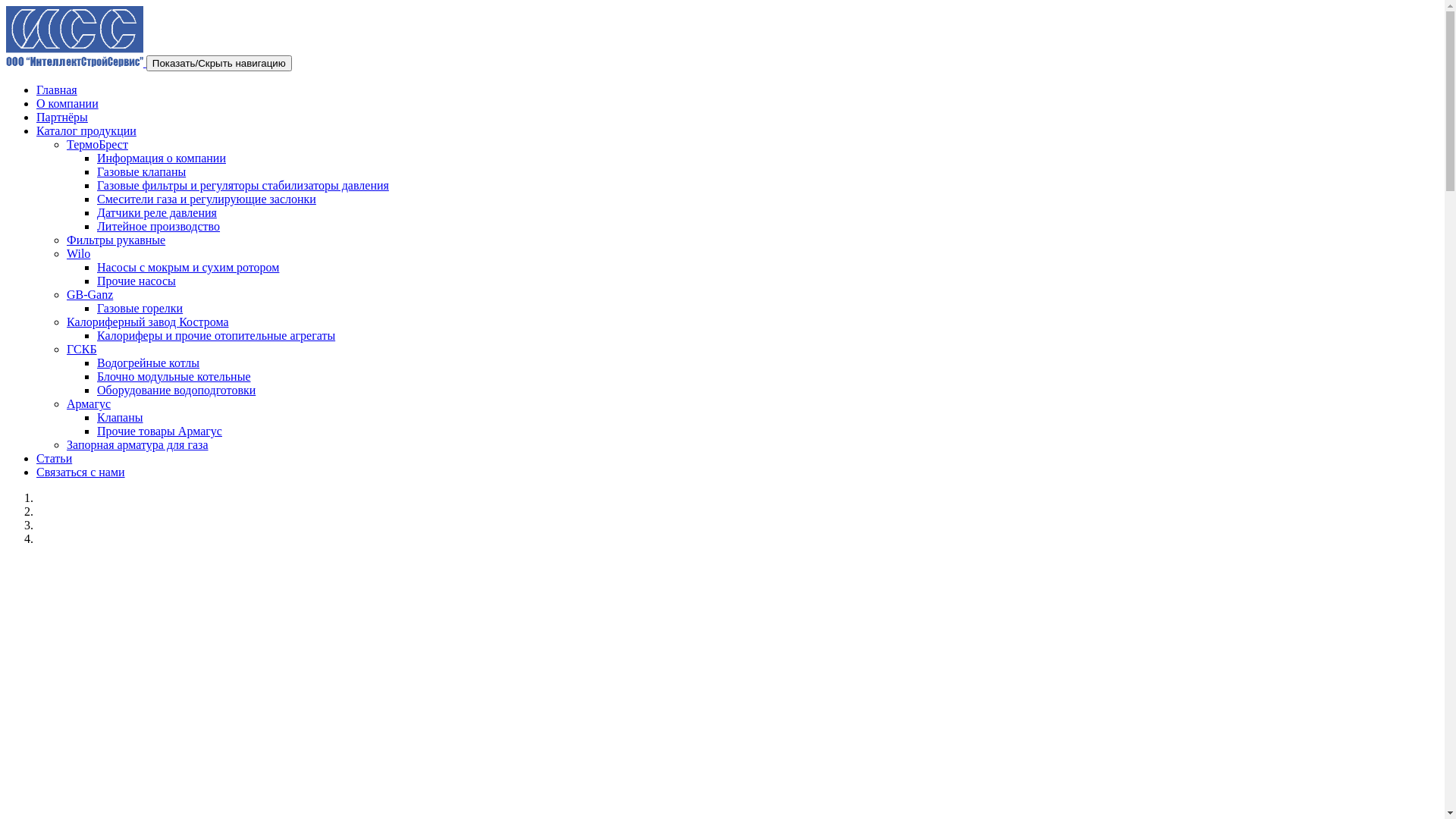 This screenshot has width=1456, height=819. I want to click on 'GB-Ganz', so click(89, 294).